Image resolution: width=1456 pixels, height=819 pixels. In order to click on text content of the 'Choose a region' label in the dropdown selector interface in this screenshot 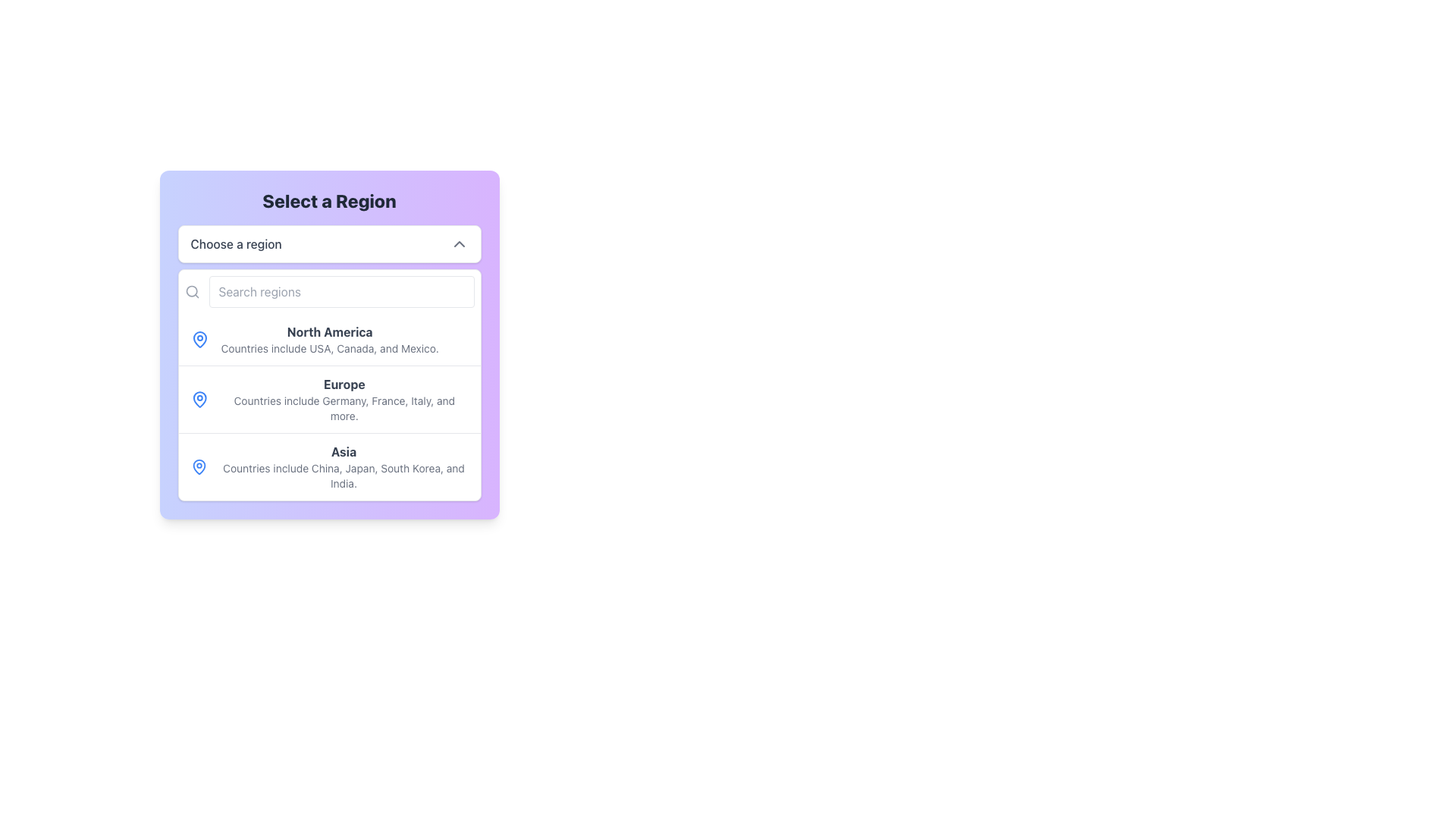, I will do `click(235, 243)`.